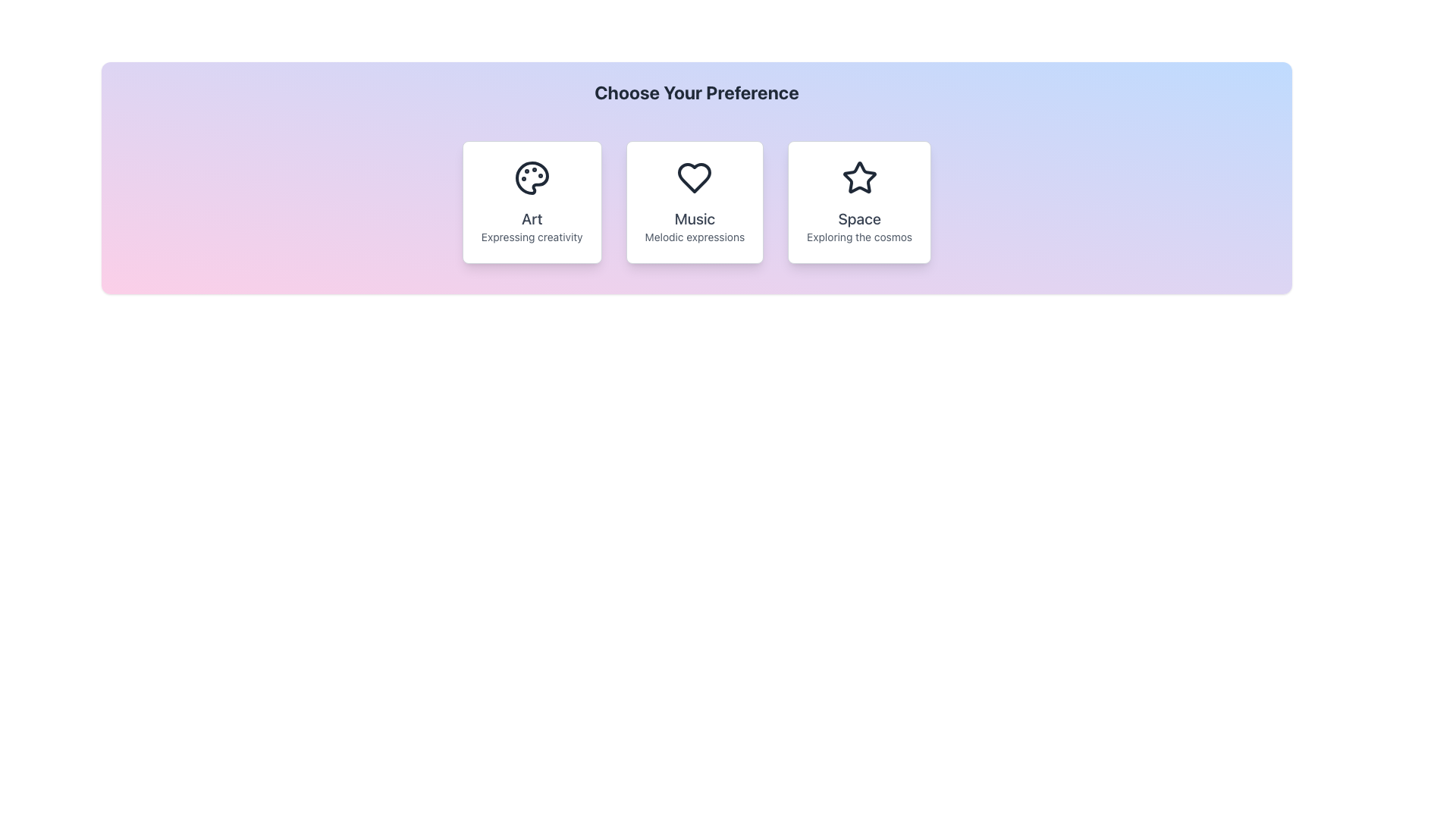 The height and width of the screenshot is (819, 1456). Describe the element at coordinates (859, 177) in the screenshot. I see `the star-shaped icon in the rightmost card, which features the title 'Space' and the description 'Exploring the cosmos'` at that location.